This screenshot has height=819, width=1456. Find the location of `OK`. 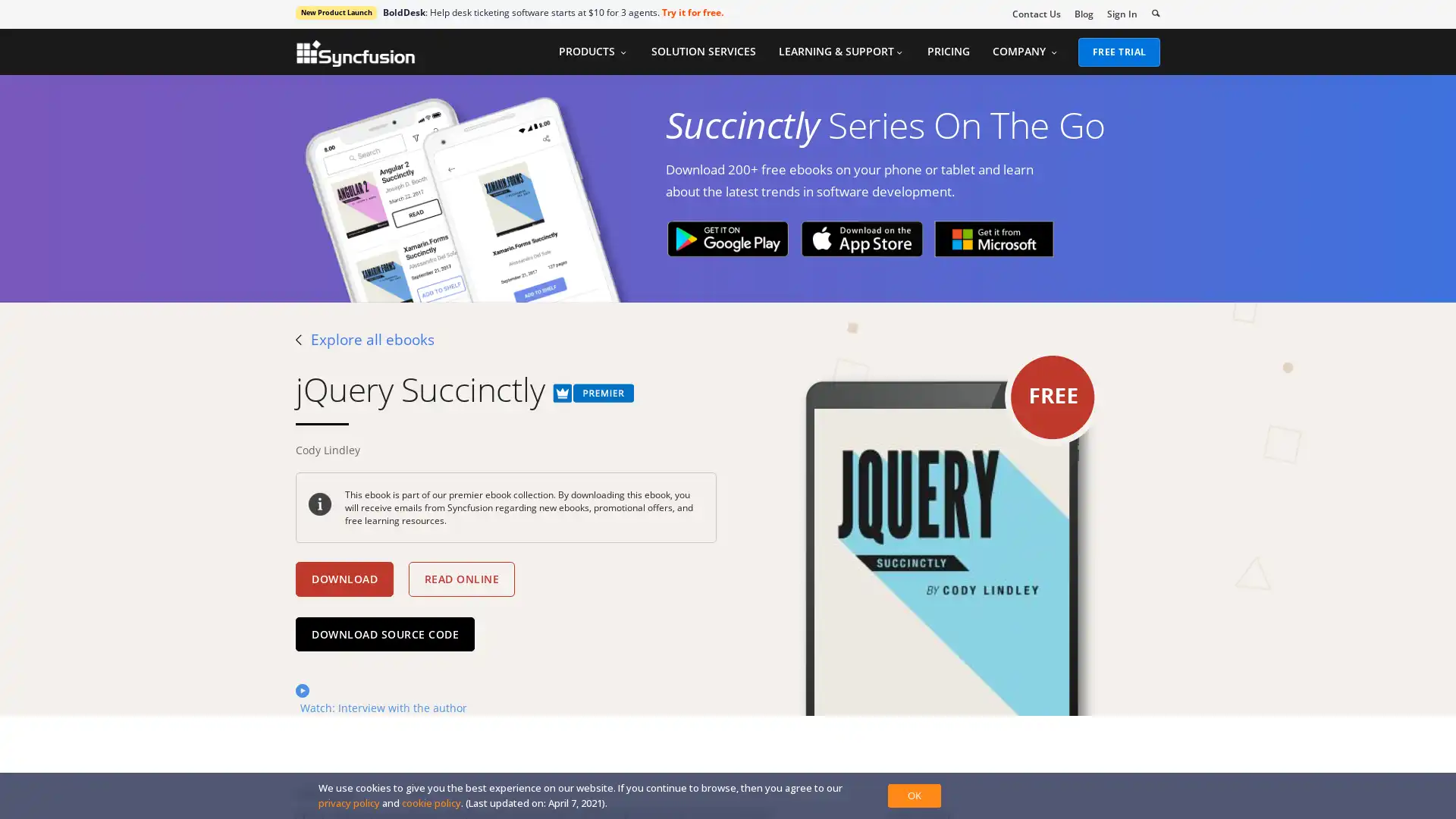

OK is located at coordinates (913, 795).